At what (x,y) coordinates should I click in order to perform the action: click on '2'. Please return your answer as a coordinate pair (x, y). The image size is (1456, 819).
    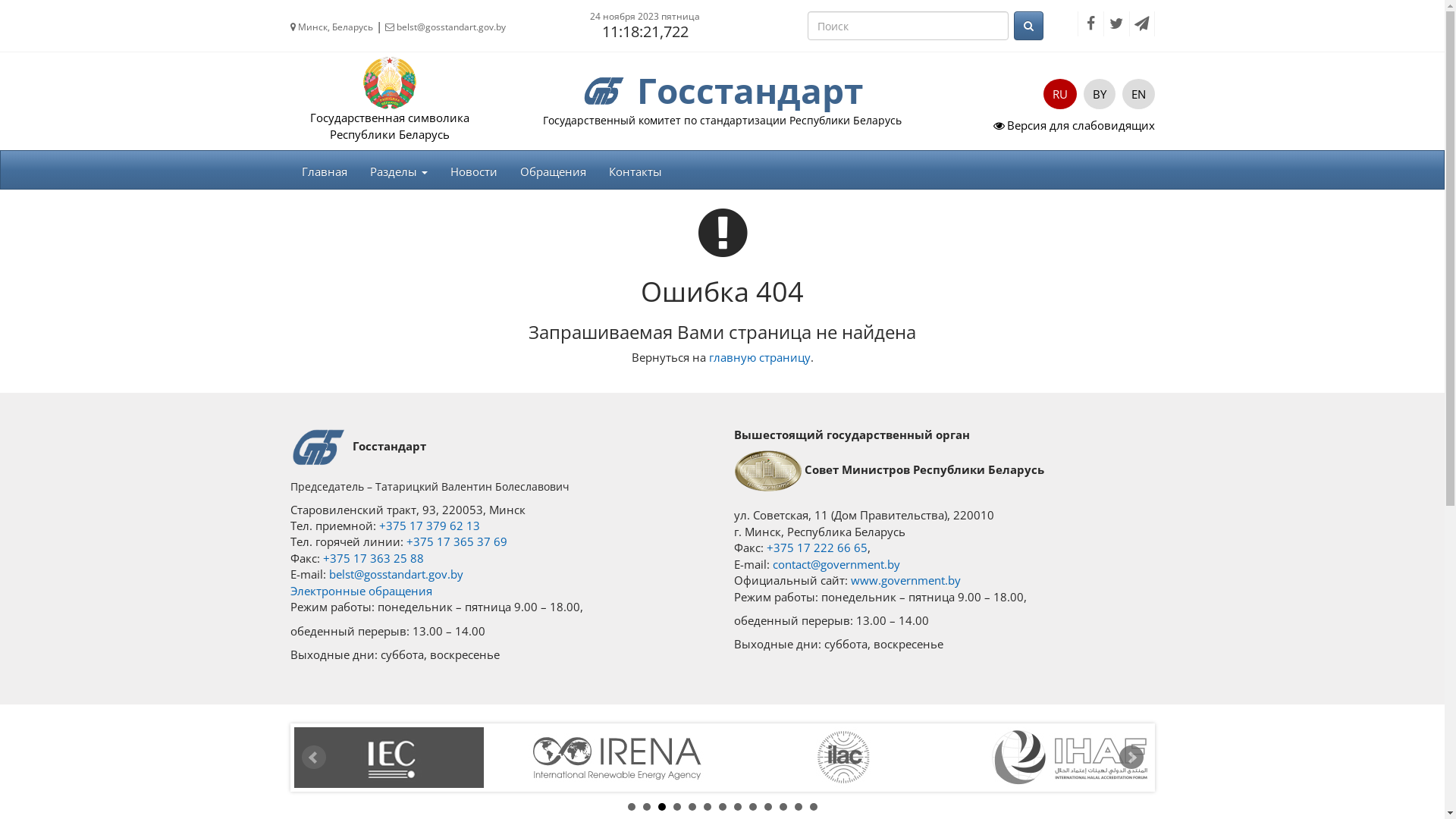
    Looking at the image, I should click on (647, 806).